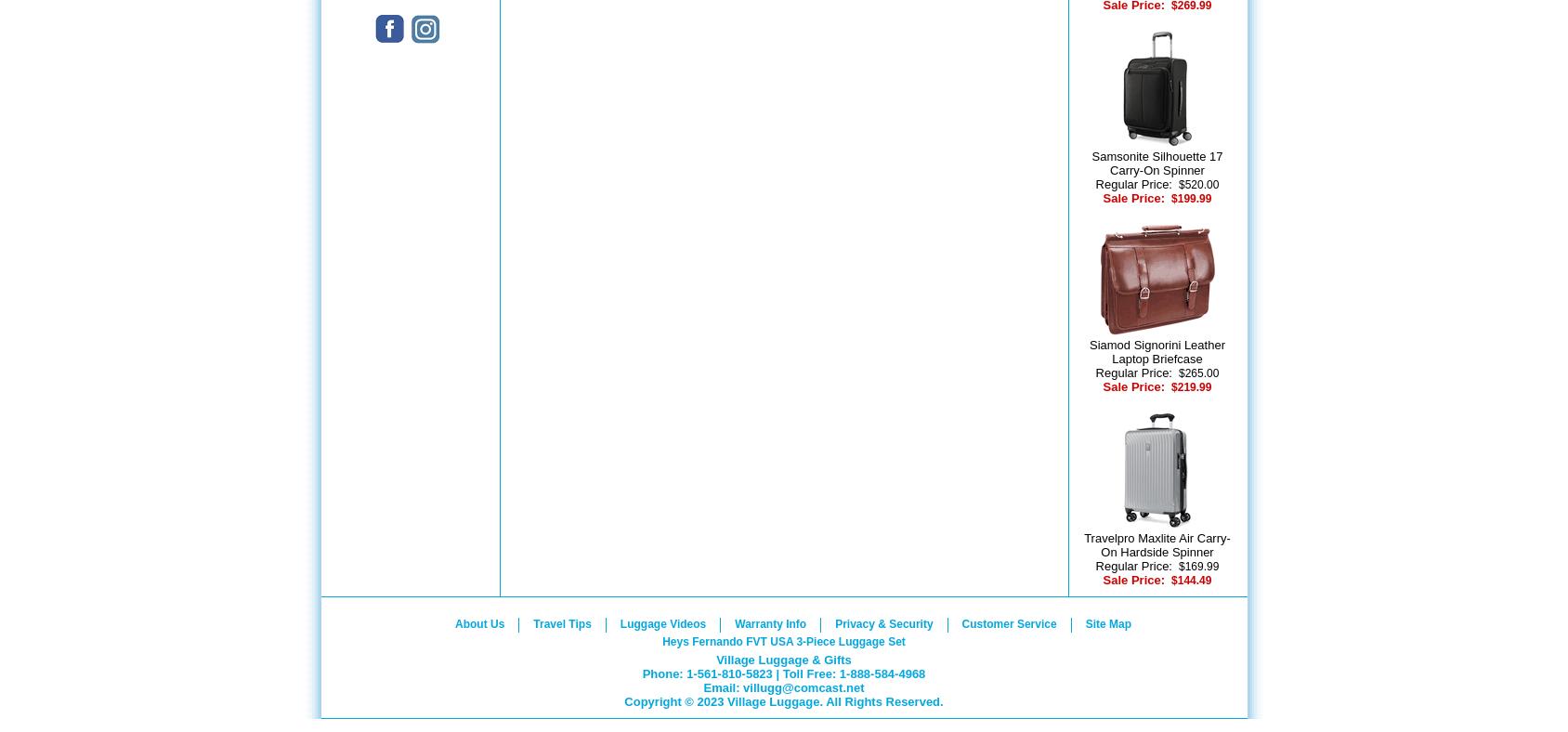 The height and width of the screenshot is (732, 1568). What do you see at coordinates (454, 623) in the screenshot?
I see `'About Us'` at bounding box center [454, 623].